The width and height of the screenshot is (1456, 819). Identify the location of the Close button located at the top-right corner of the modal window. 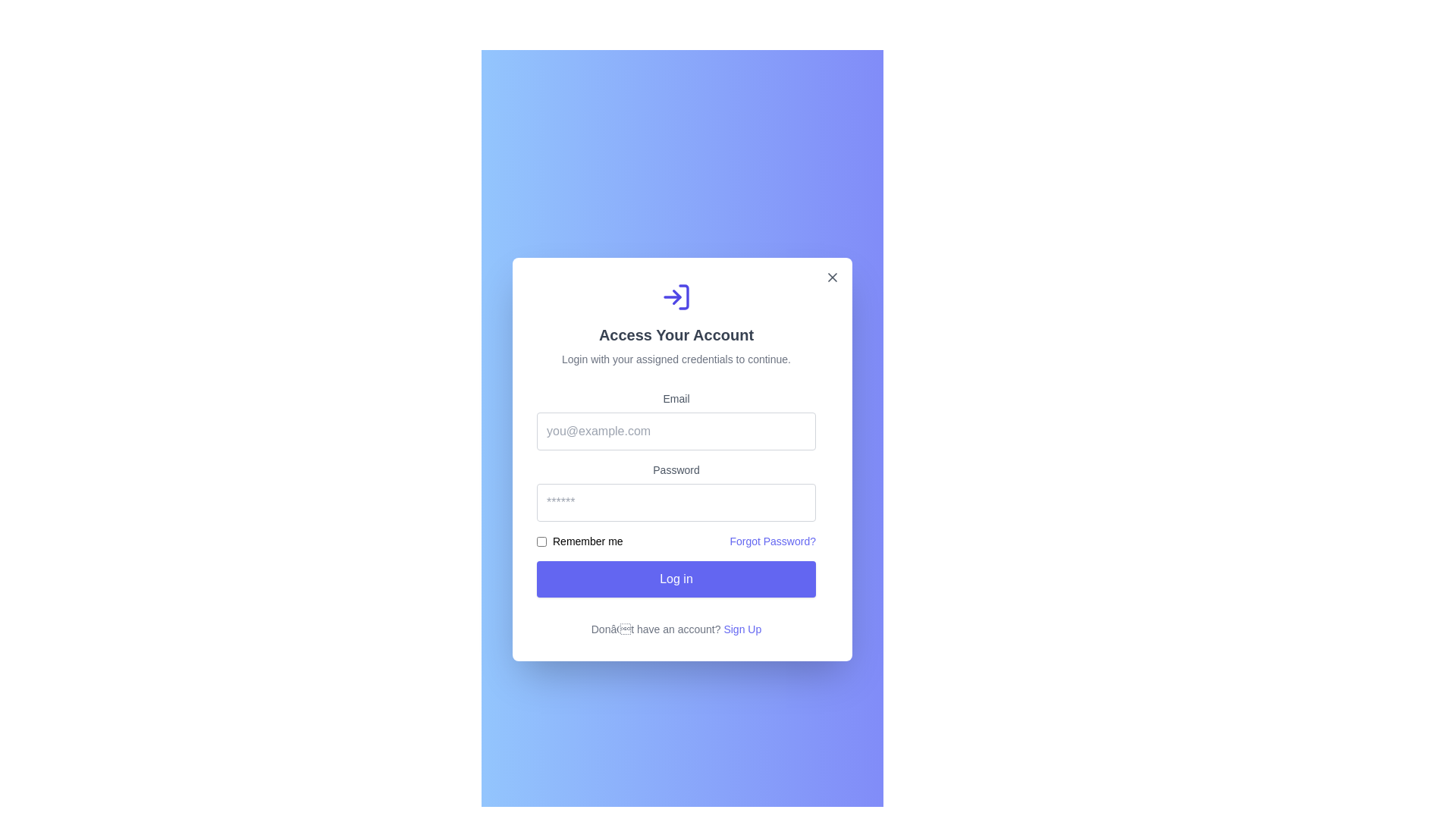
(832, 278).